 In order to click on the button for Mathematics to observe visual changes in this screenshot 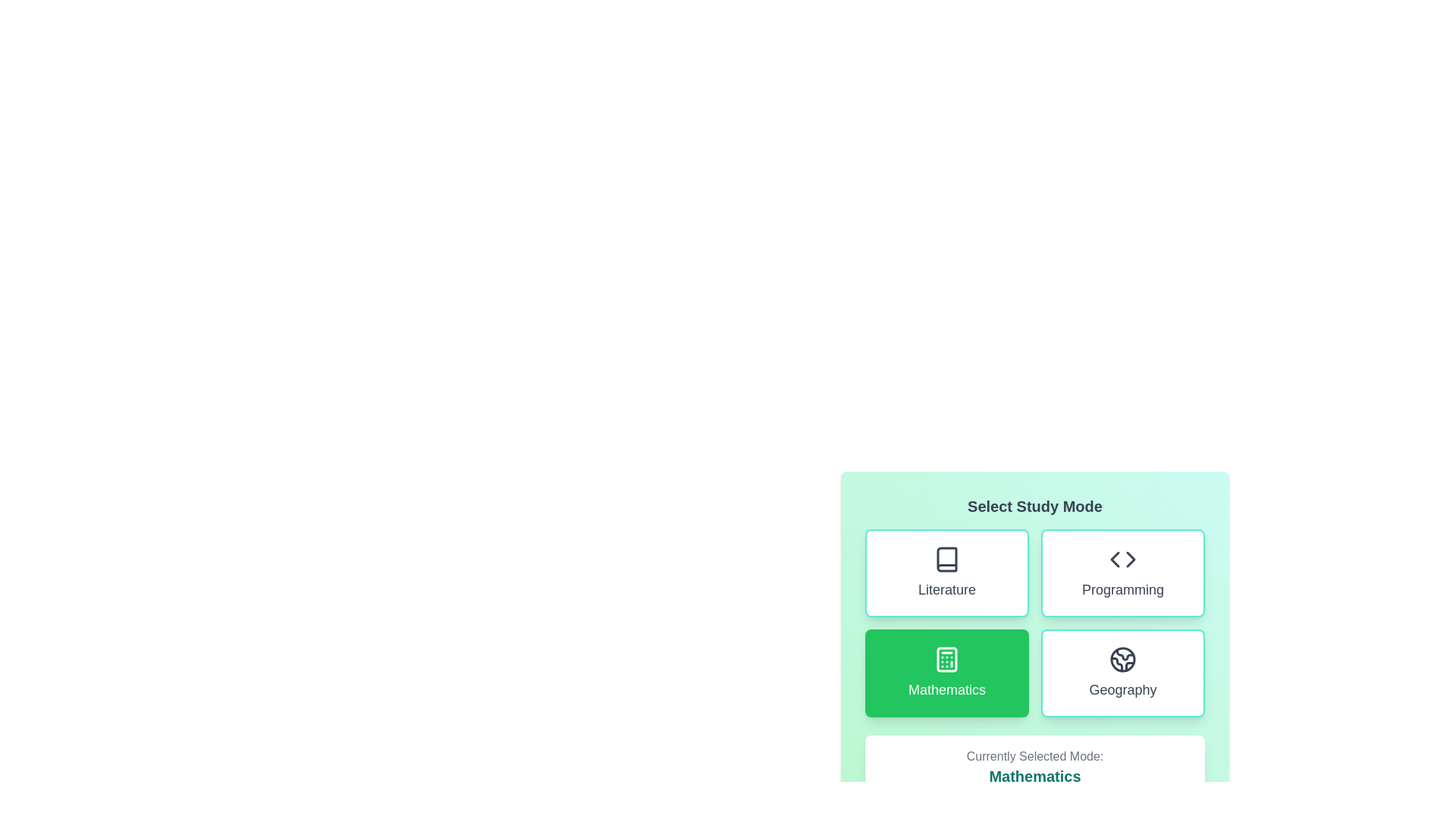, I will do `click(946, 672)`.